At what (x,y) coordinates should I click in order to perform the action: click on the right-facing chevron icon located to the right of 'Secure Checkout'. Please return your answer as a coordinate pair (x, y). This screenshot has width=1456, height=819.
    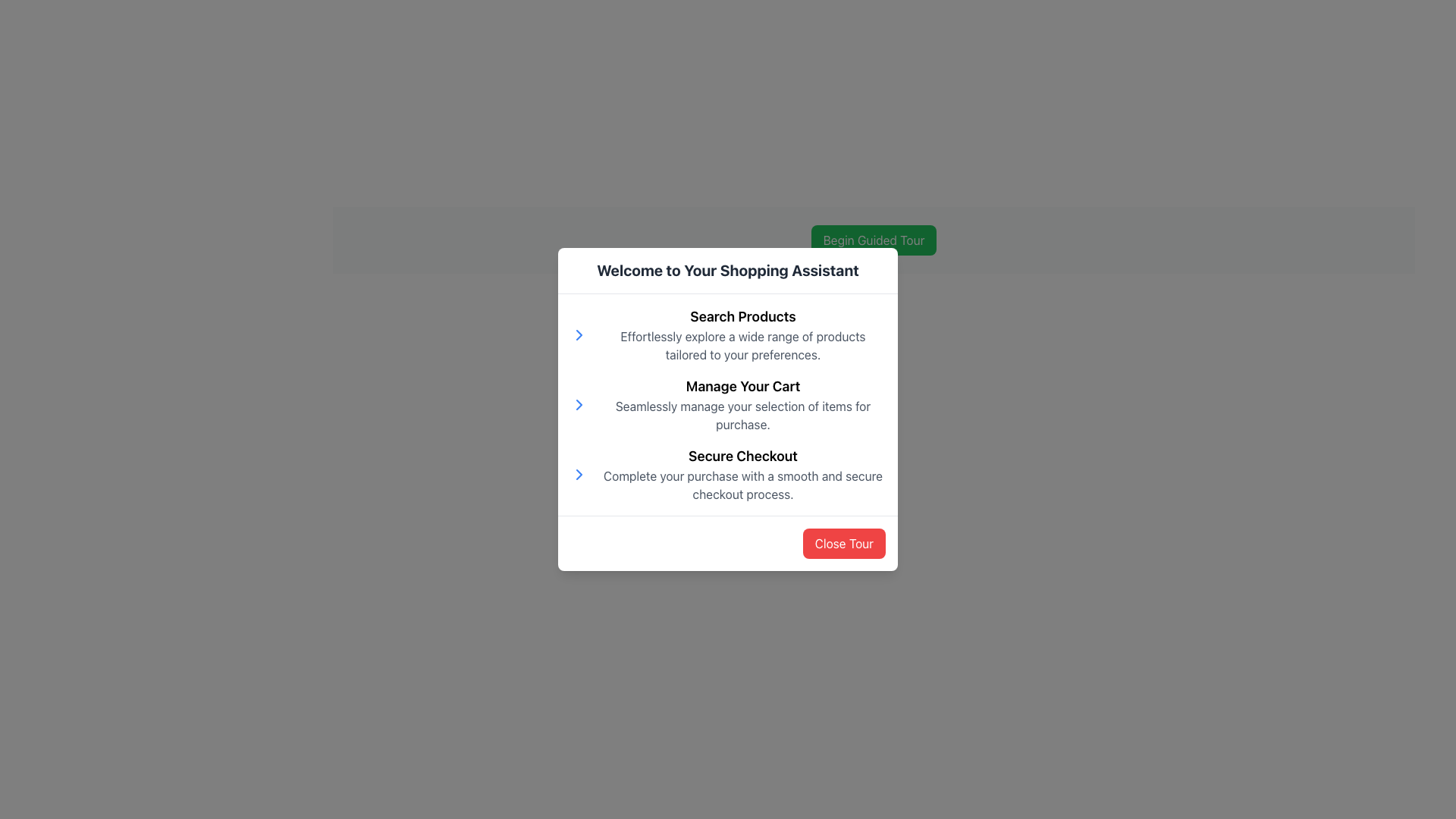
    Looking at the image, I should click on (578, 473).